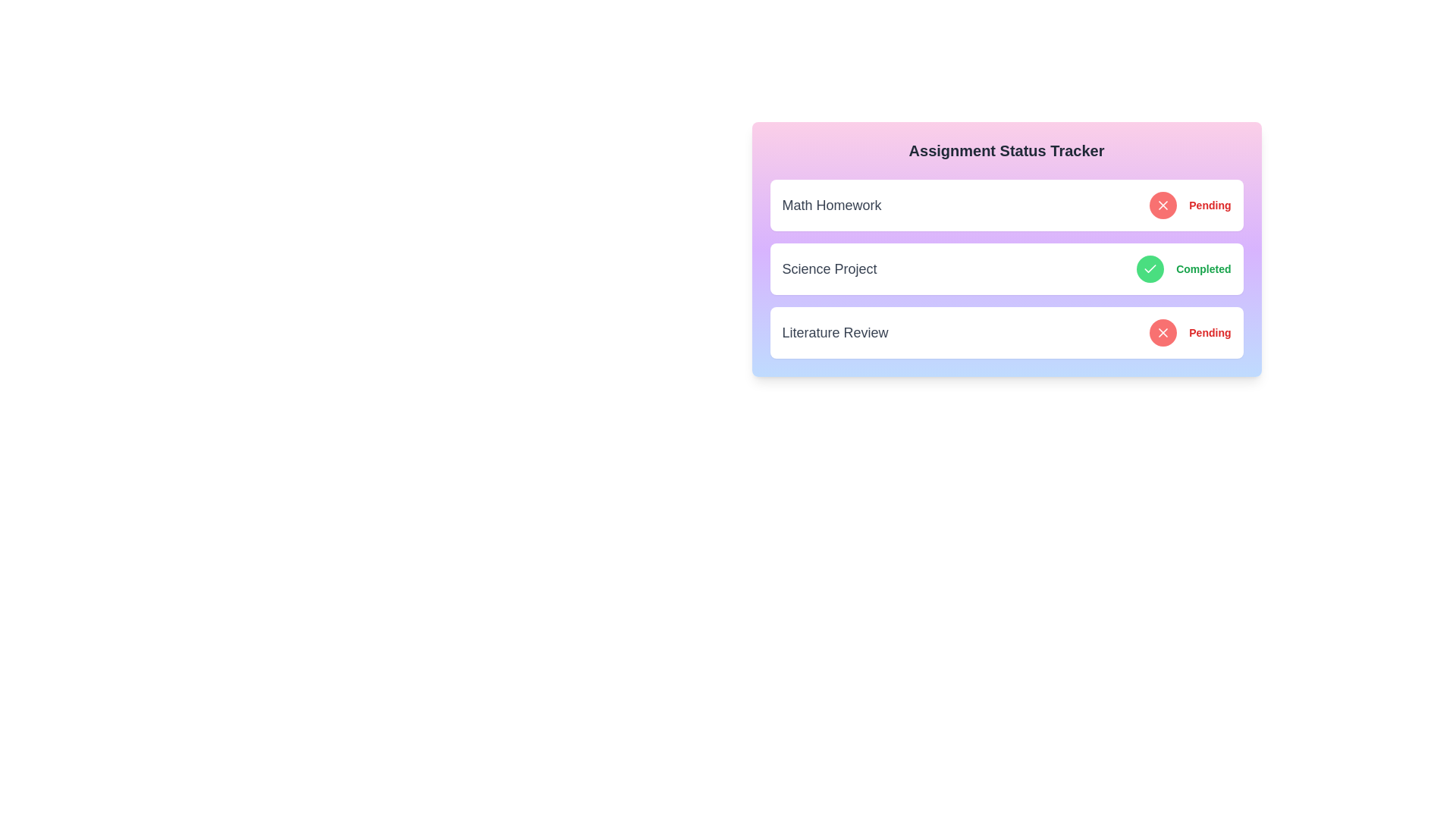 The image size is (1456, 819). Describe the element at coordinates (831, 205) in the screenshot. I see `the title of the assignment Math Homework` at that location.